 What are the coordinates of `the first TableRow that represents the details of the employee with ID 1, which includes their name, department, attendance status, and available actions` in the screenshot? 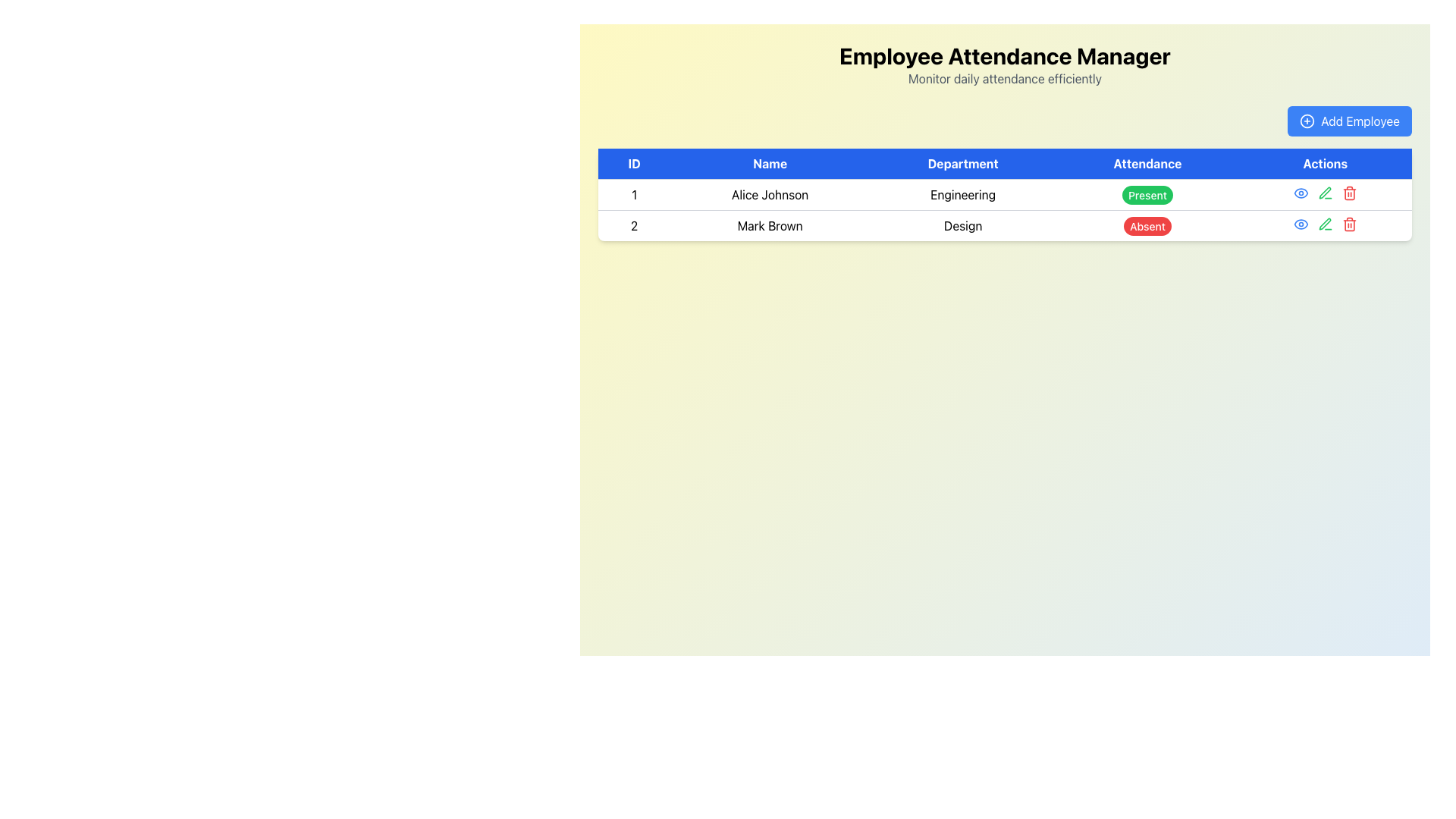 It's located at (1005, 194).